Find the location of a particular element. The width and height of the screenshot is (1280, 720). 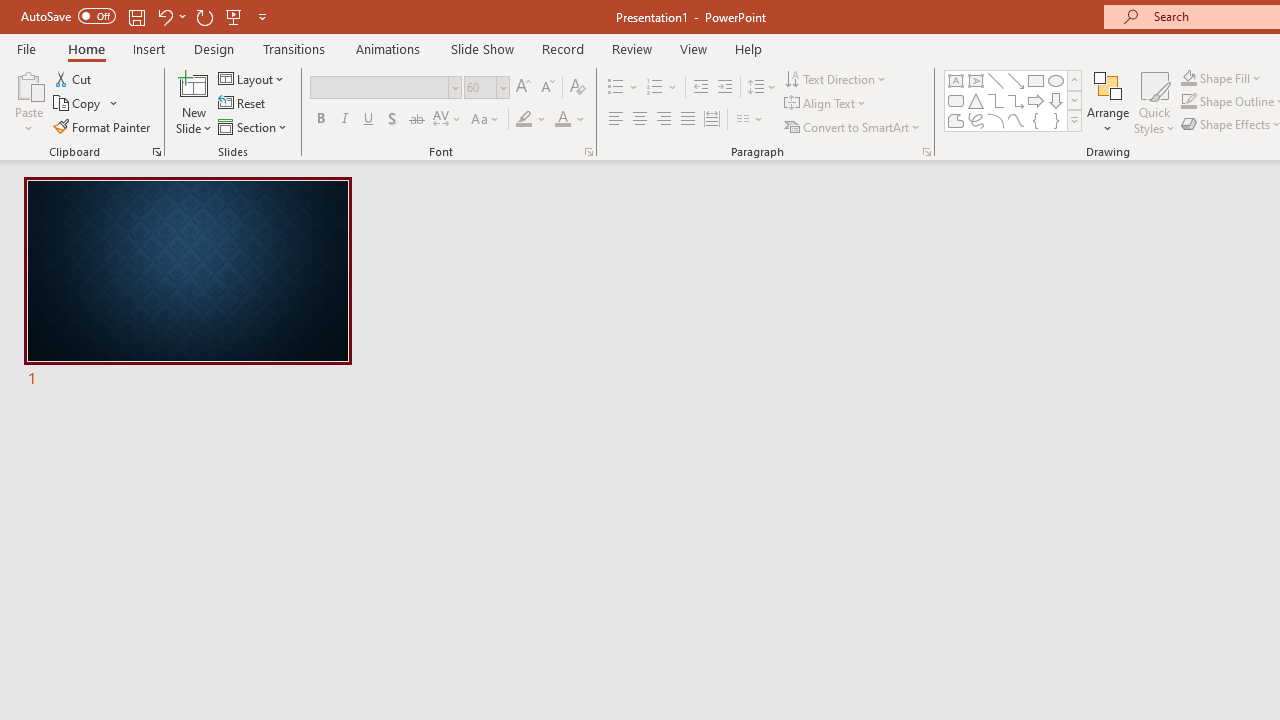

'Center' is located at coordinates (640, 119).